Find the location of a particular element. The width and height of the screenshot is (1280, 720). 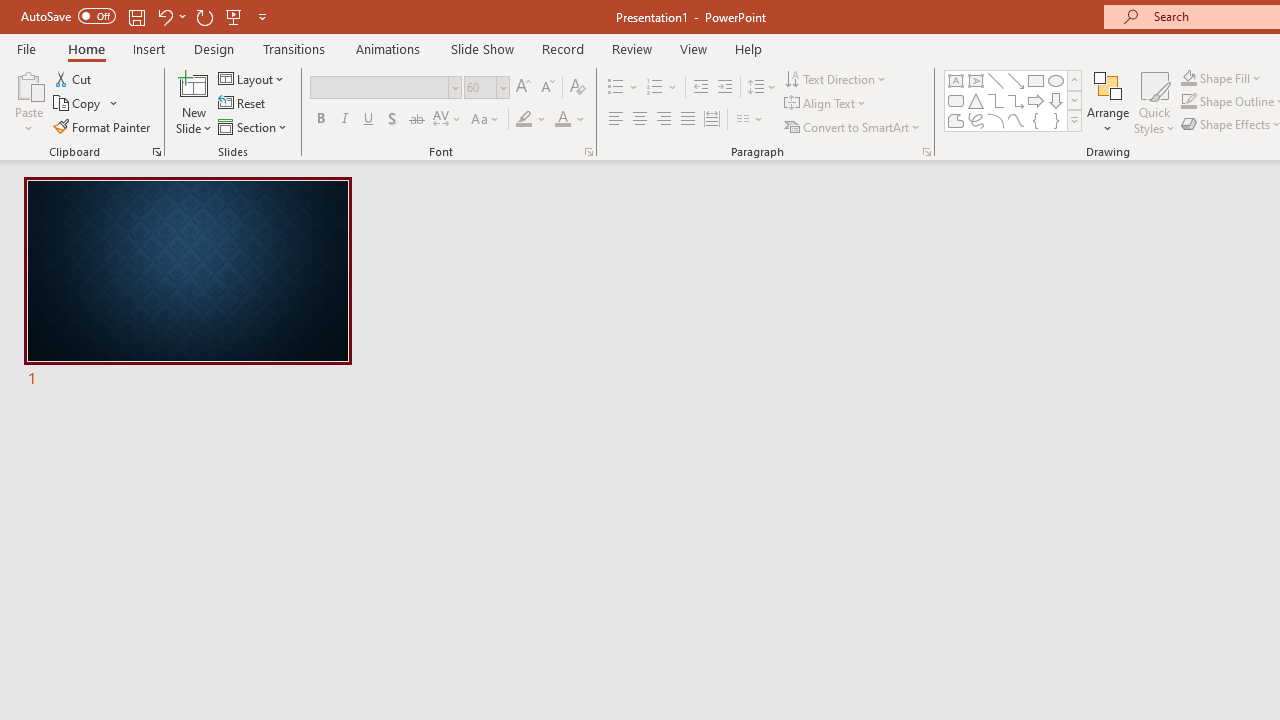

'Center' is located at coordinates (640, 119).